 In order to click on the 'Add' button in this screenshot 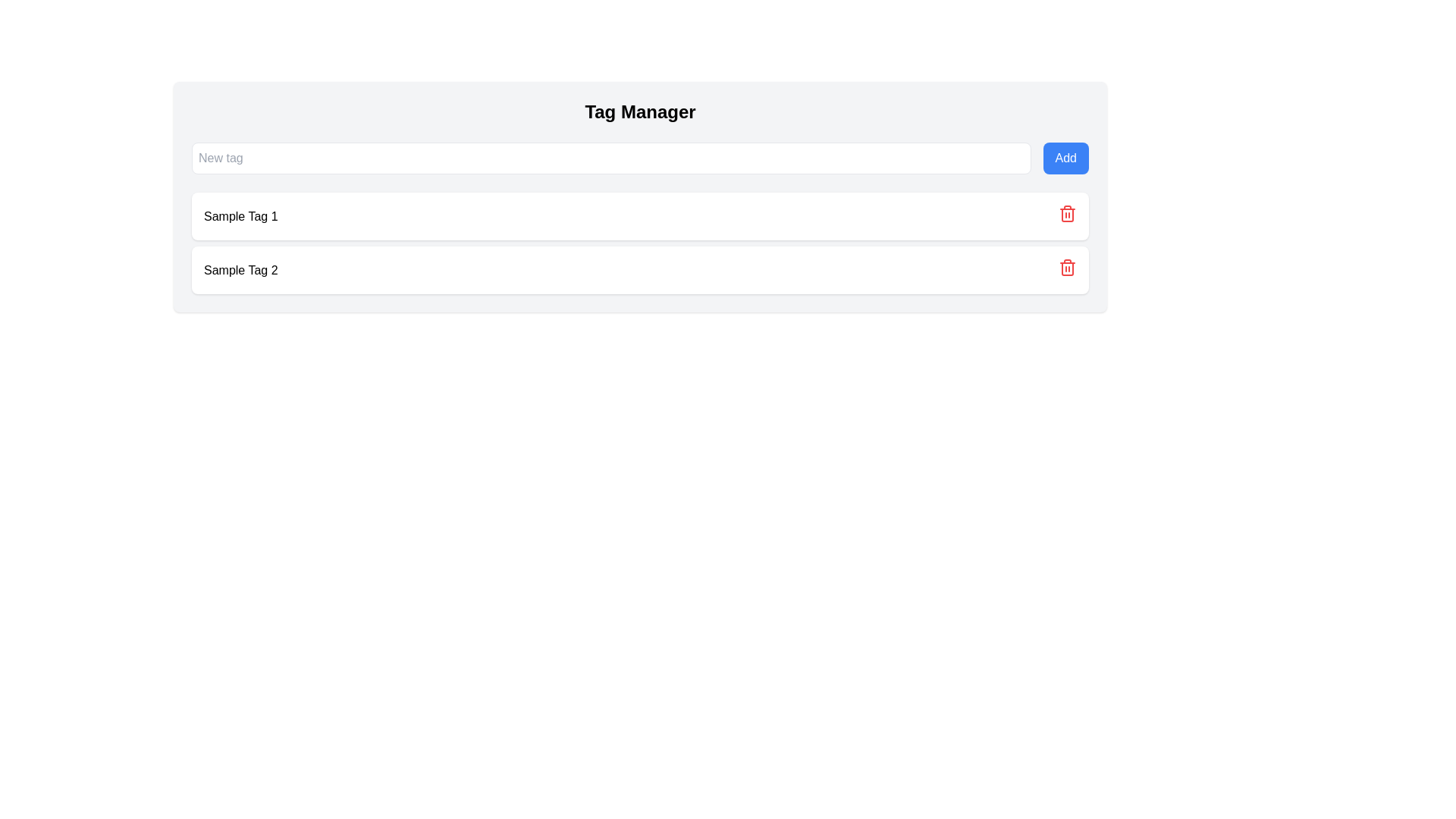, I will do `click(1065, 158)`.